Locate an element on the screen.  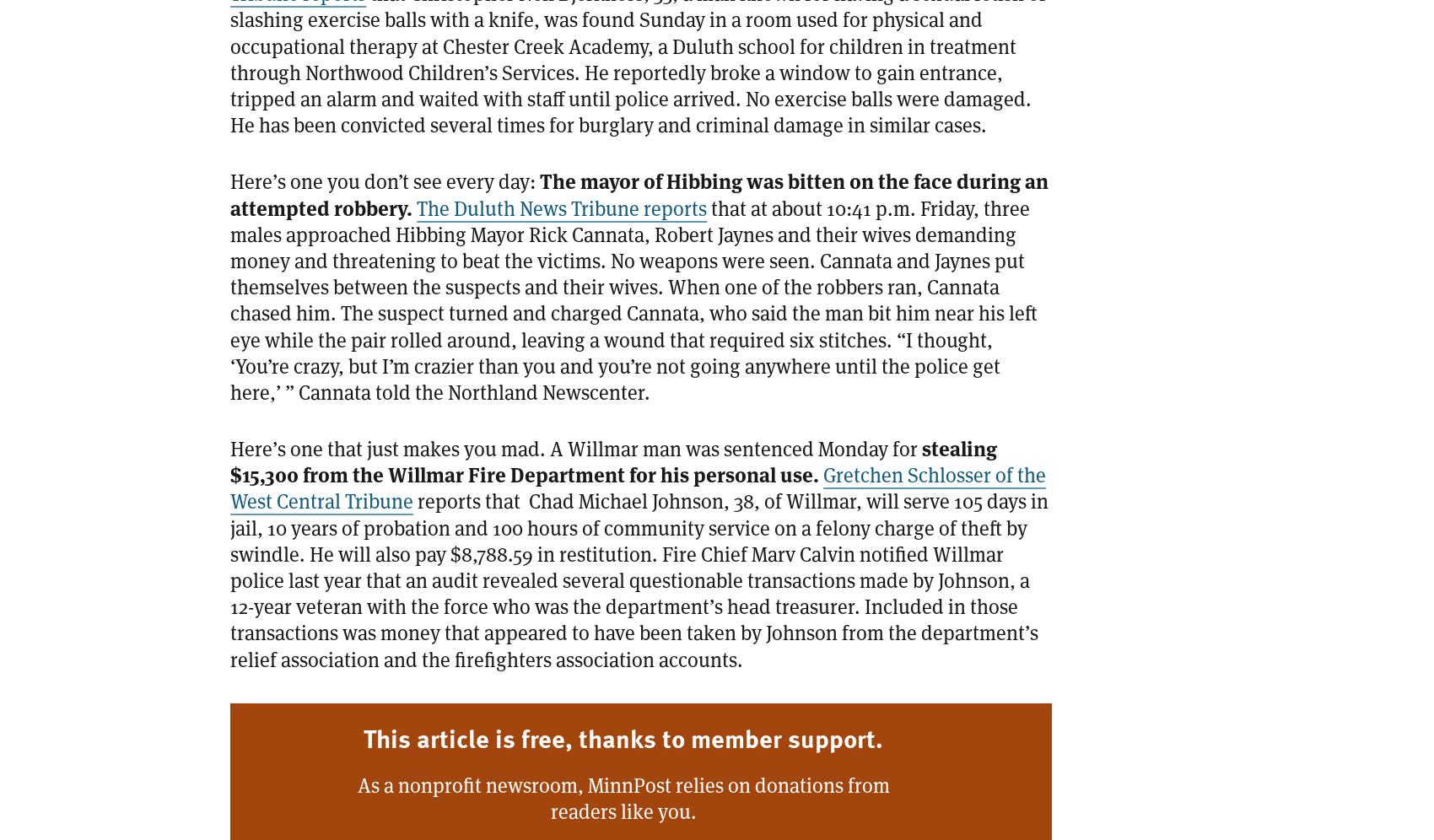
'As a nonprofit newsroom, MinnPost relies on donations from readers like you.' is located at coordinates (623, 798).